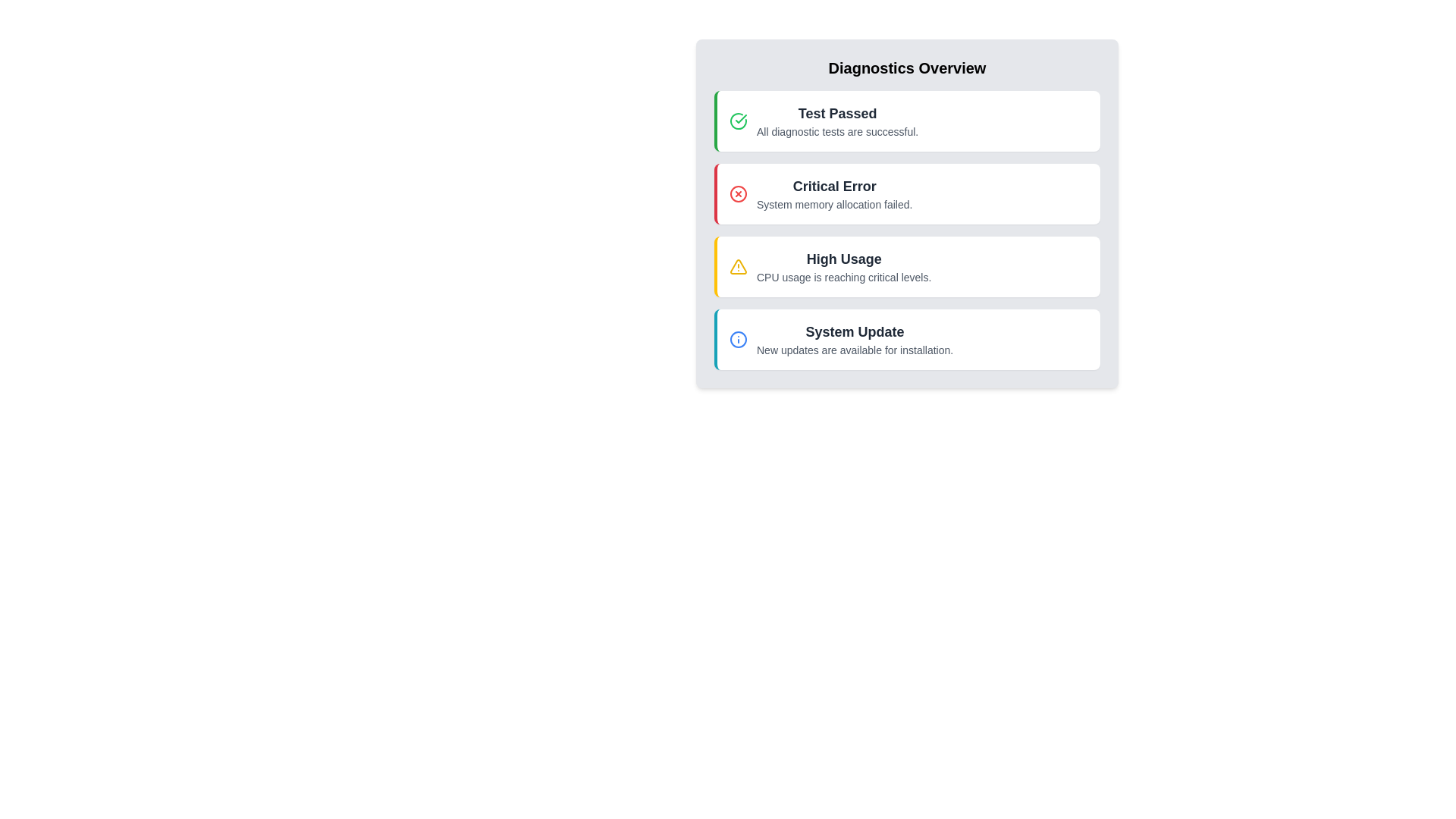  Describe the element at coordinates (836, 120) in the screenshot. I see `the Text Display with Title and Subtext indicating a successful outcome of diagnostic tests, located in the bordered box titled 'Diagnostics Overview'` at that location.